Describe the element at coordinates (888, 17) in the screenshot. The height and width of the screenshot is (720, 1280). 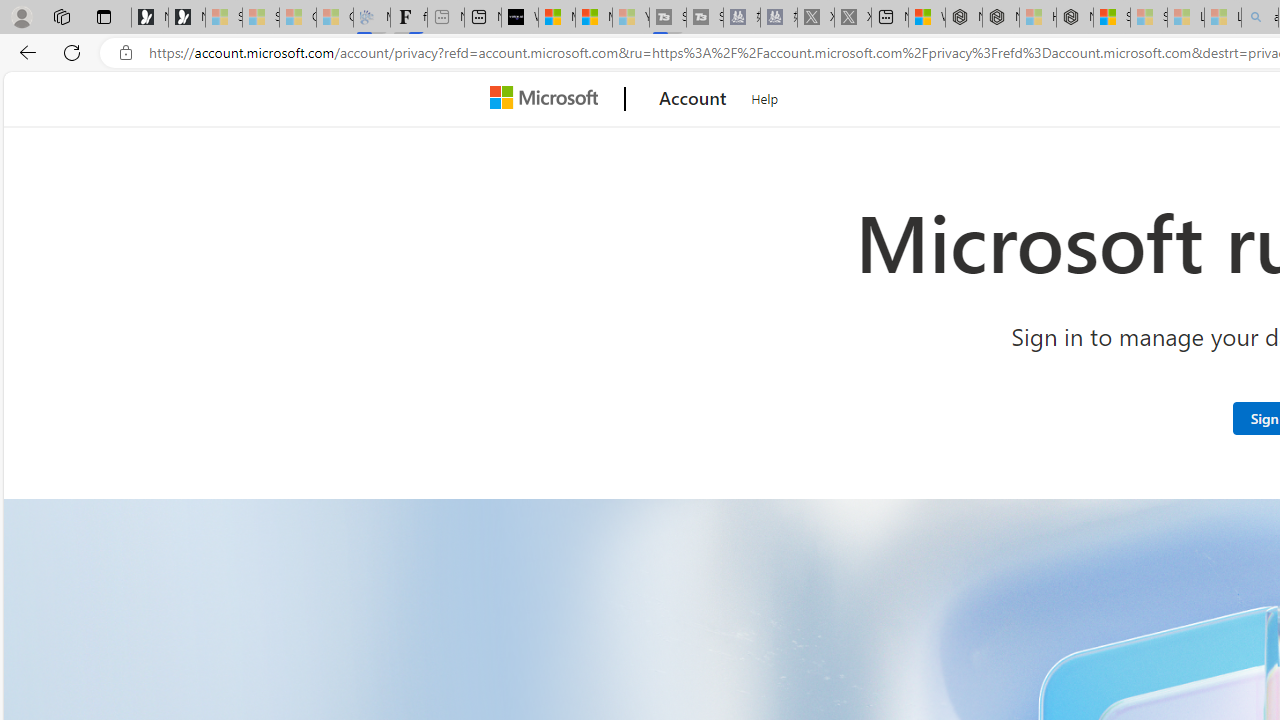
I see `'New tab'` at that location.